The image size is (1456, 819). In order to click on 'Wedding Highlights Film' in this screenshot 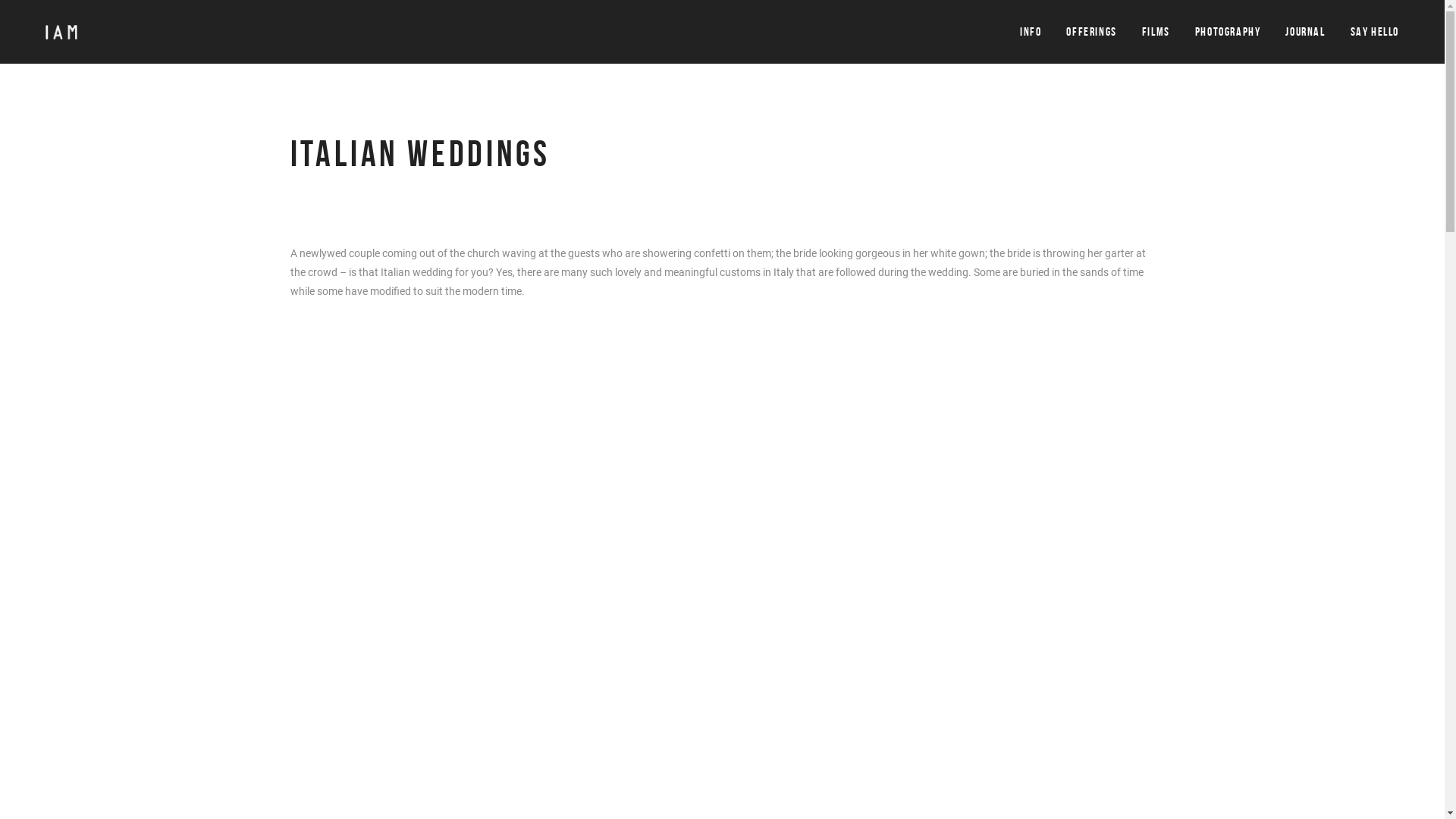, I will do `click(937, 576)`.